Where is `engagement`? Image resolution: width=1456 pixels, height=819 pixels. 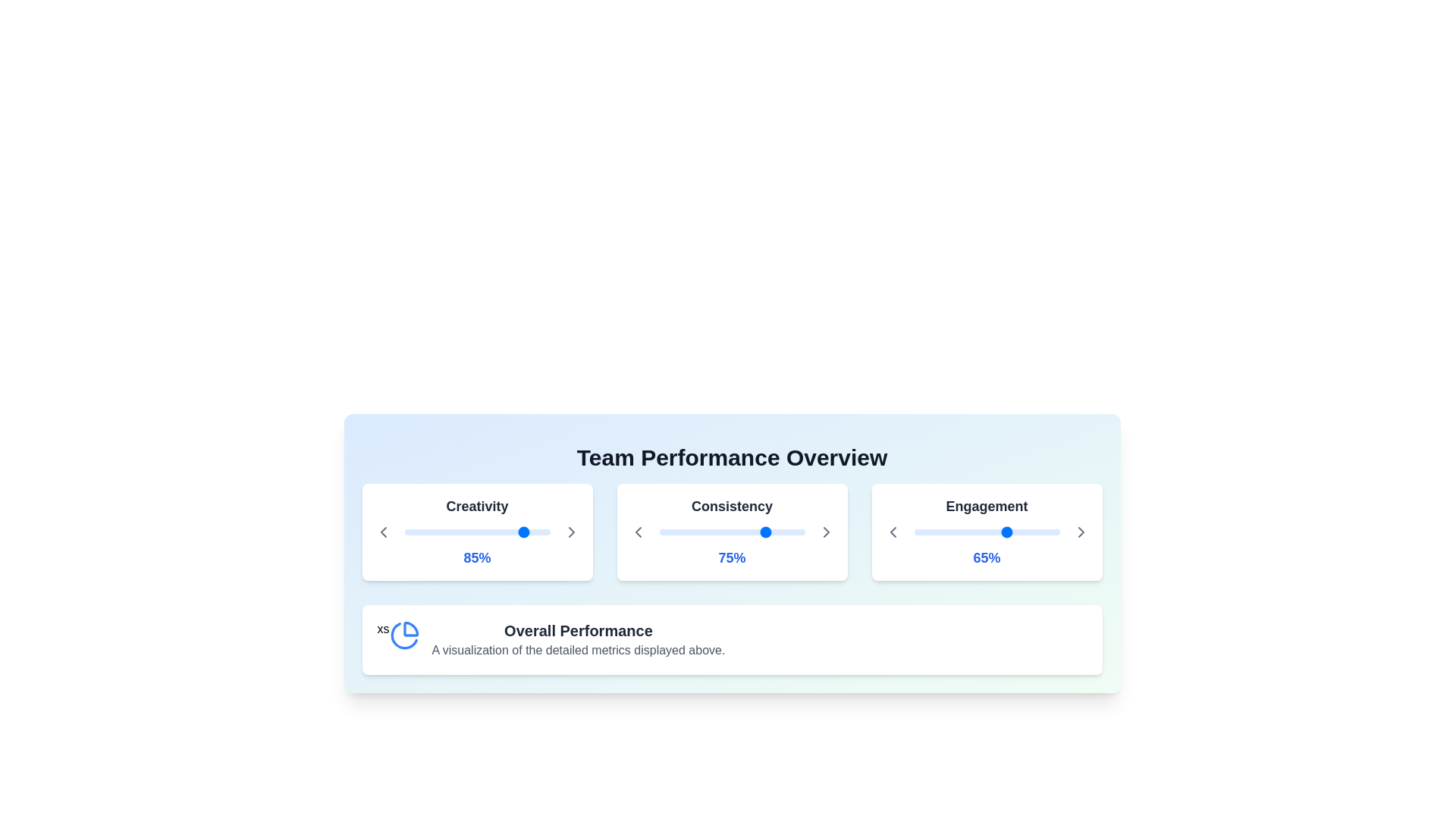 engagement is located at coordinates (951, 532).